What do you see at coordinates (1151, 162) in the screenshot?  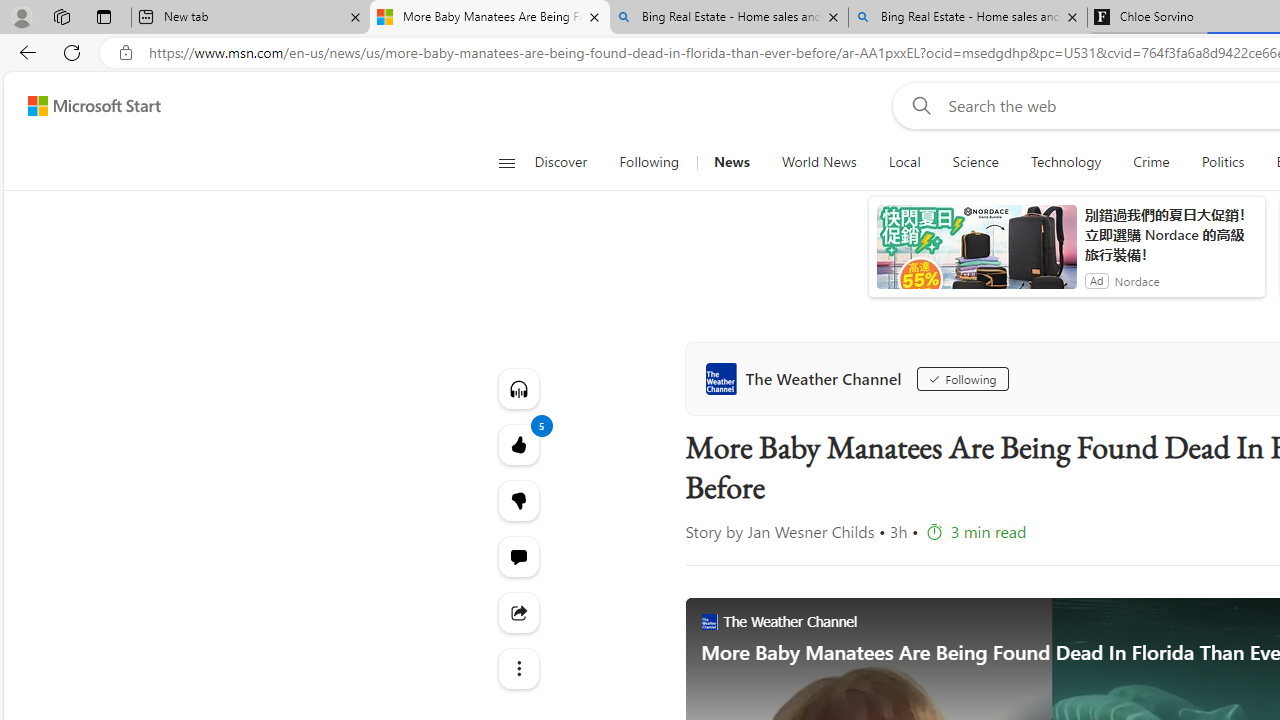 I see `'Crime'` at bounding box center [1151, 162].